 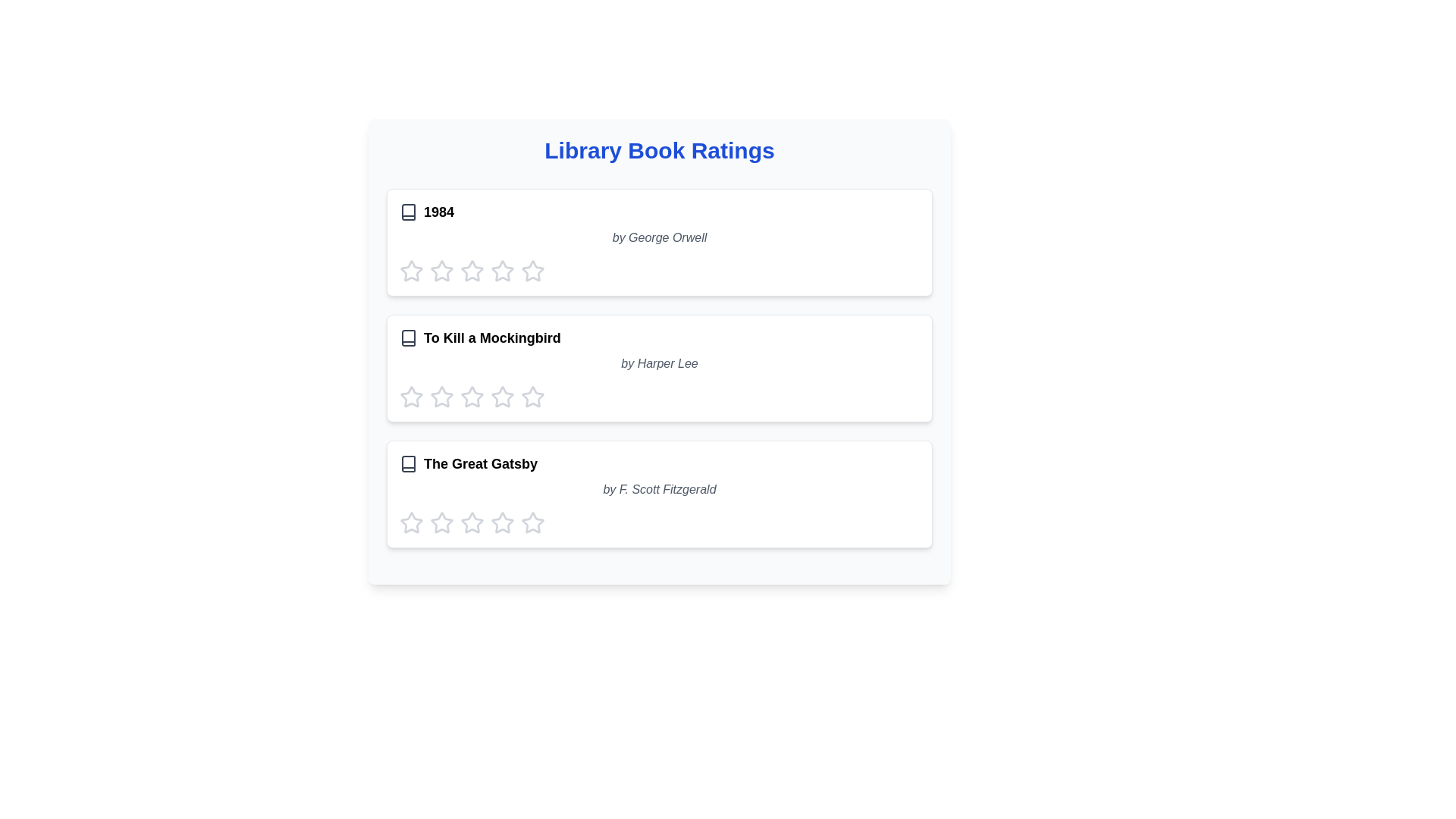 What do you see at coordinates (471, 270) in the screenshot?
I see `the second star rating icon` at bounding box center [471, 270].